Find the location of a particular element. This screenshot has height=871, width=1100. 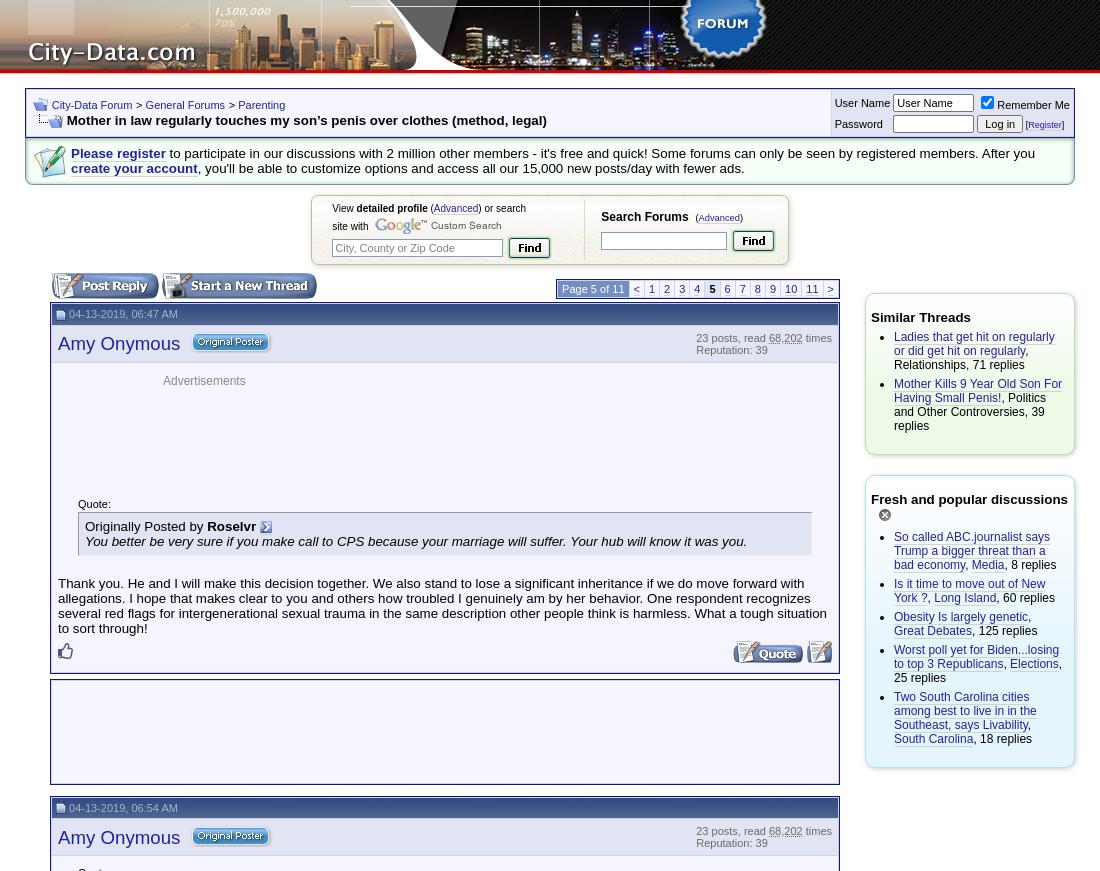

'Obesity Is largely genetic' is located at coordinates (892, 616).